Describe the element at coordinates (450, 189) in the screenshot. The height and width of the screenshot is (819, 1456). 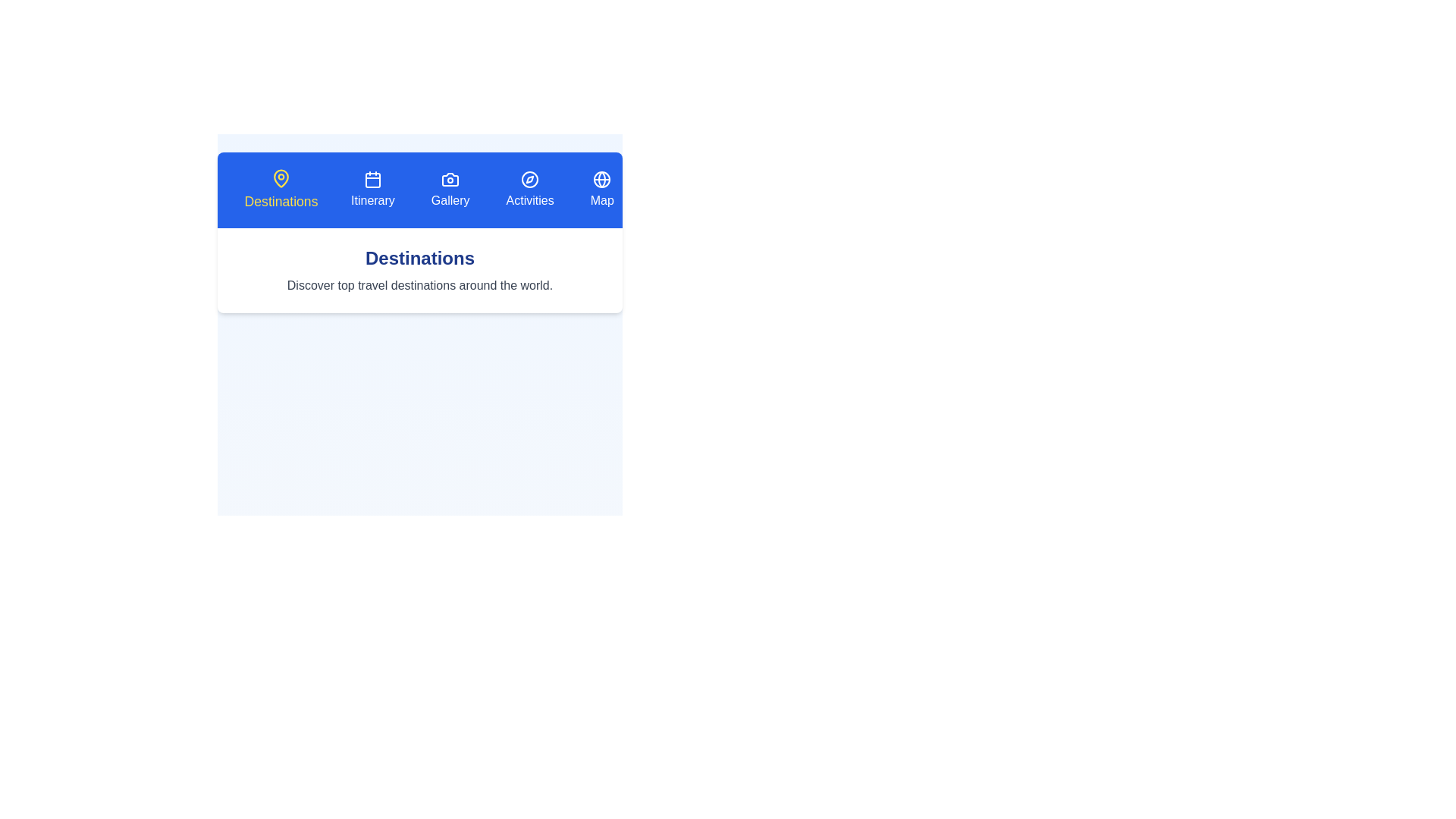
I see `the gallery button, the third button in a row of five` at that location.